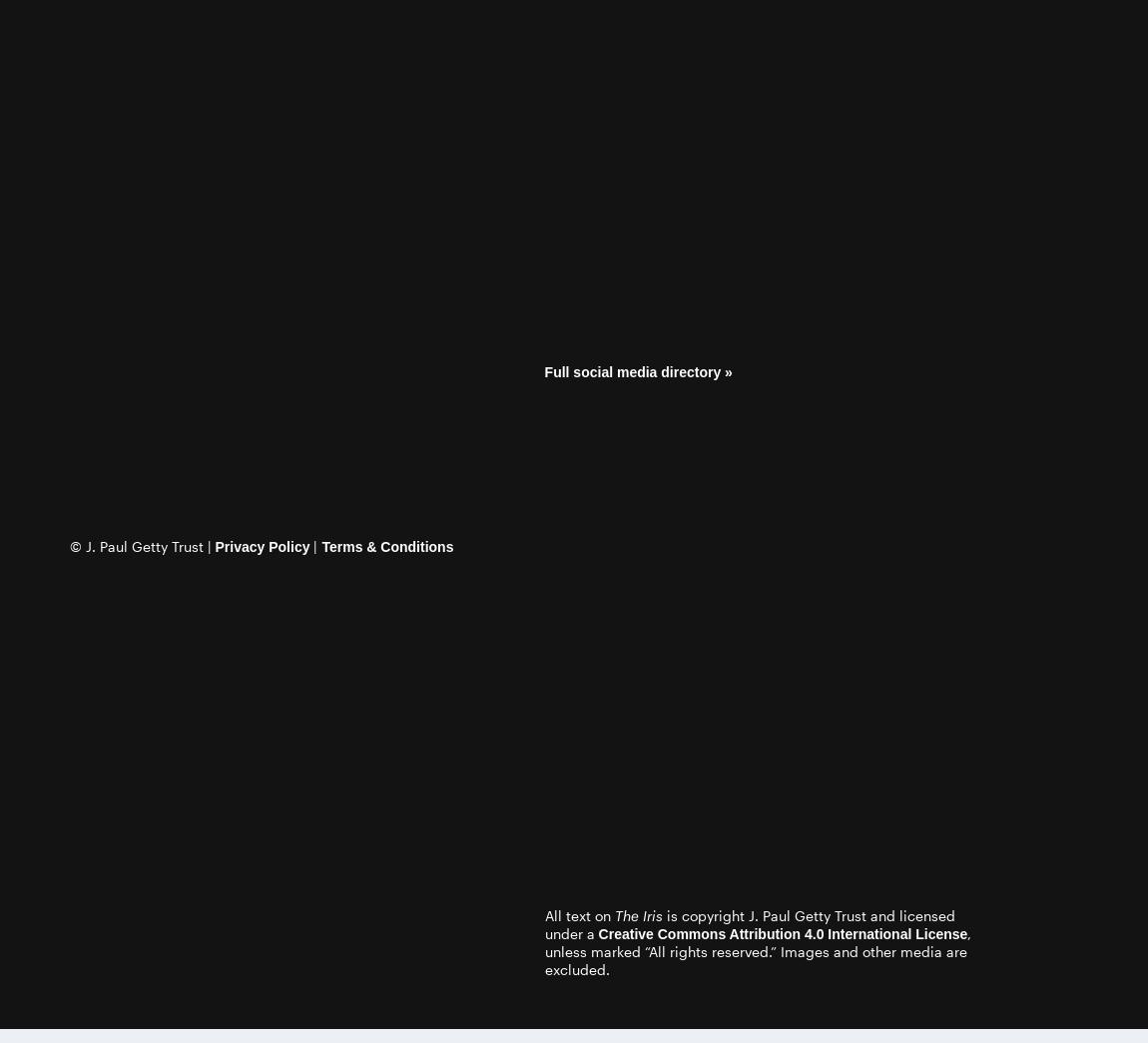 Image resolution: width=1148 pixels, height=1043 pixels. I want to click on 'Creative Commons Attribution 4.0 International License', so click(781, 931).